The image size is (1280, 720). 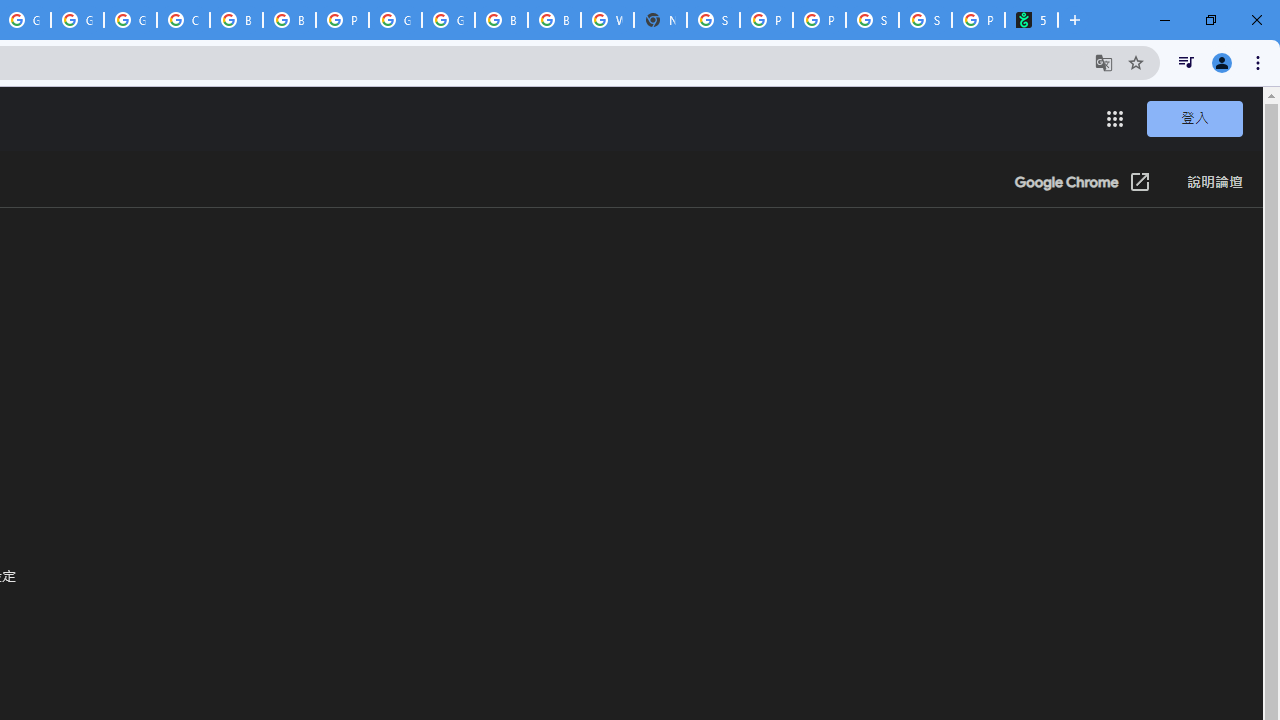 I want to click on 'Google Cloud Platform', so click(x=447, y=20).